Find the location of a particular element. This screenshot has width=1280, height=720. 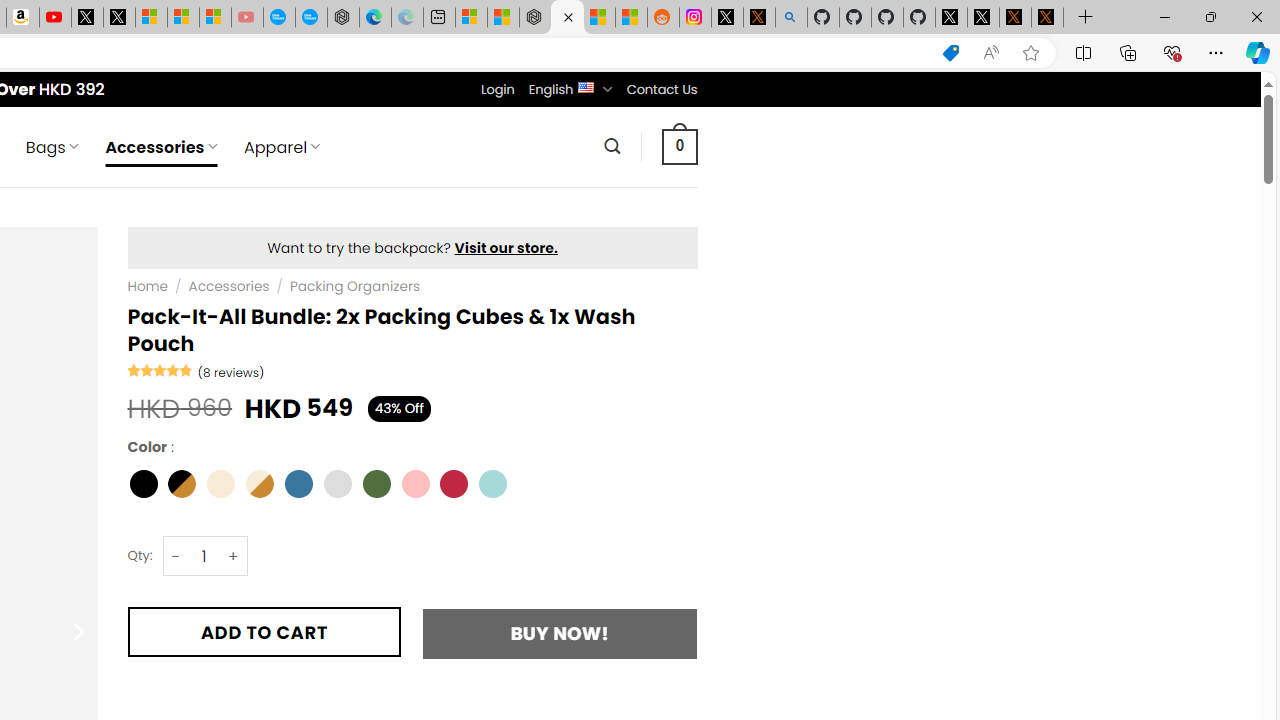

'Login' is located at coordinates (497, 88).